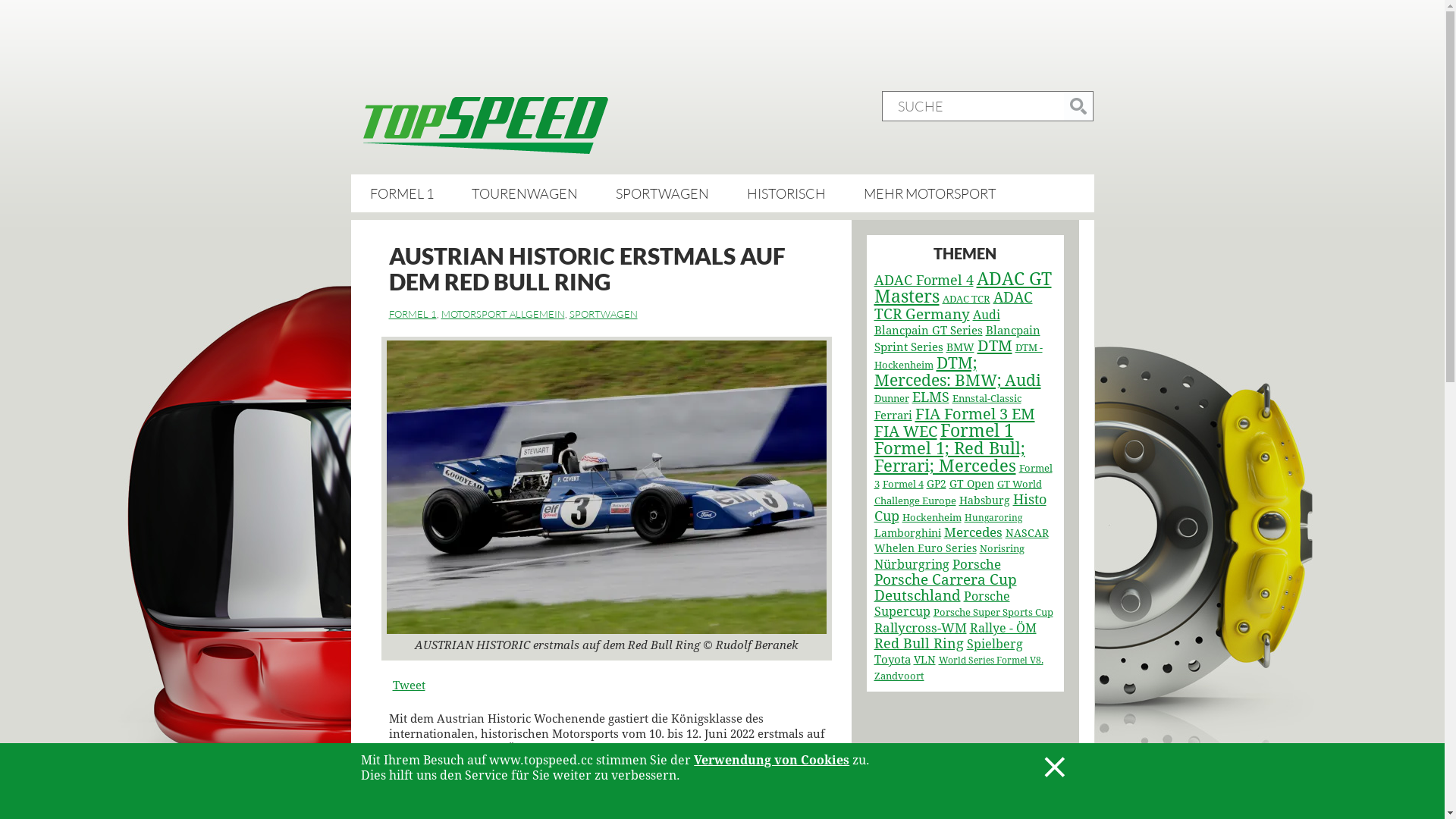  I want to click on 'MEHR MOTORSPORT', so click(928, 192).